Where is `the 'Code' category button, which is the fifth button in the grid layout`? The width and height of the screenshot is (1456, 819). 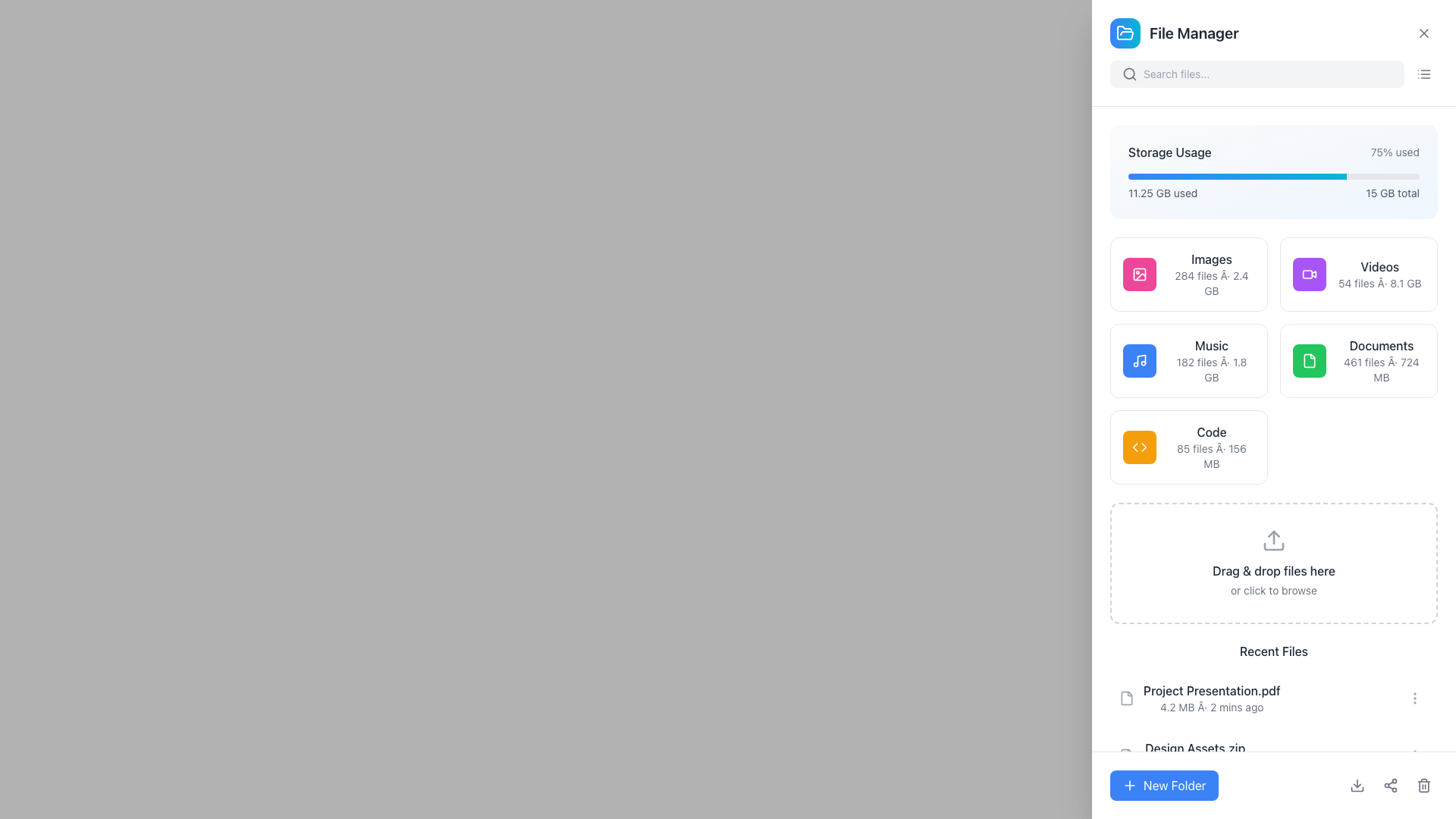 the 'Code' category button, which is the fifth button in the grid layout is located at coordinates (1188, 447).